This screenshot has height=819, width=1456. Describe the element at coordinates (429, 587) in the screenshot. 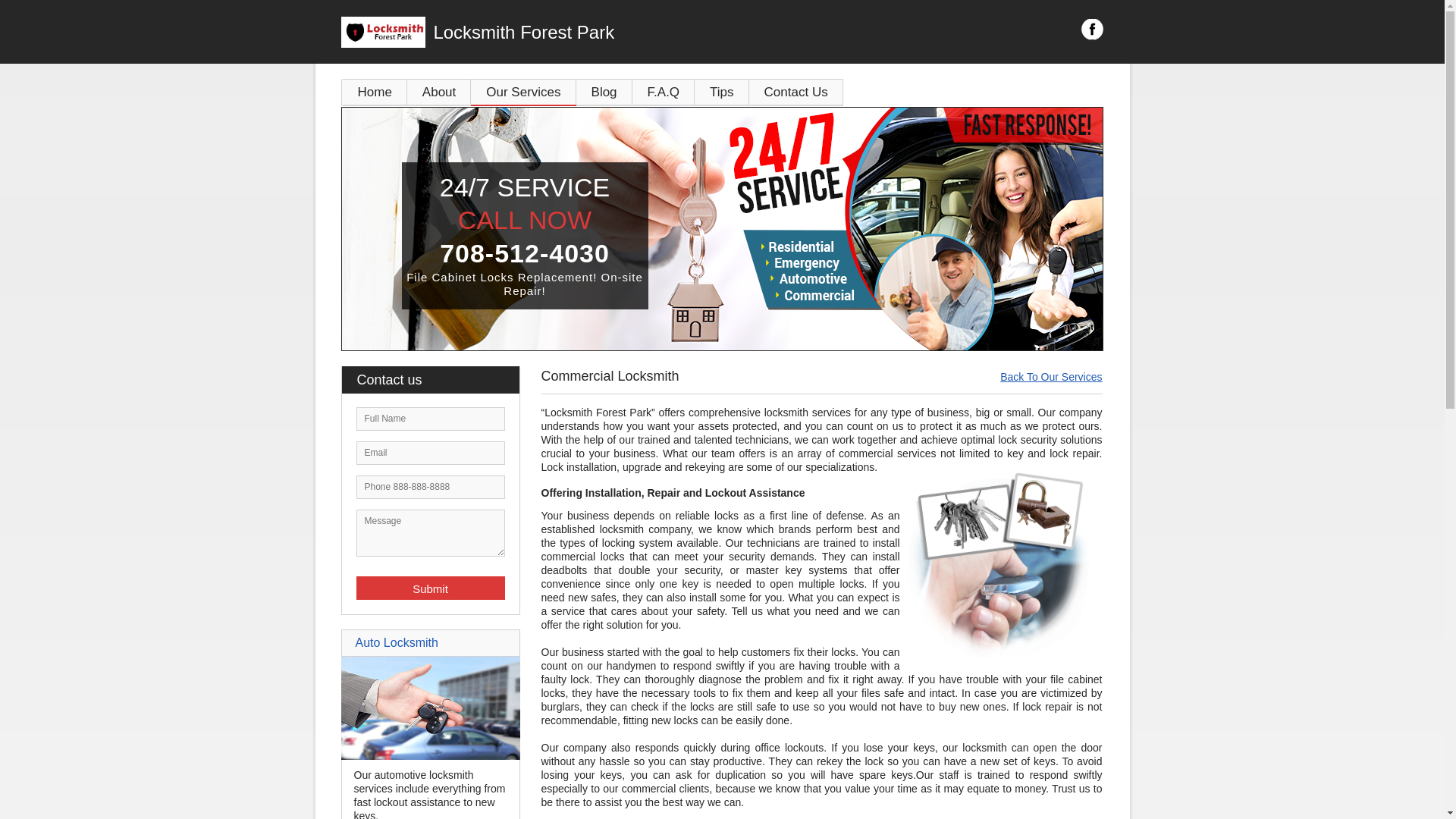

I see `'Submit'` at that location.